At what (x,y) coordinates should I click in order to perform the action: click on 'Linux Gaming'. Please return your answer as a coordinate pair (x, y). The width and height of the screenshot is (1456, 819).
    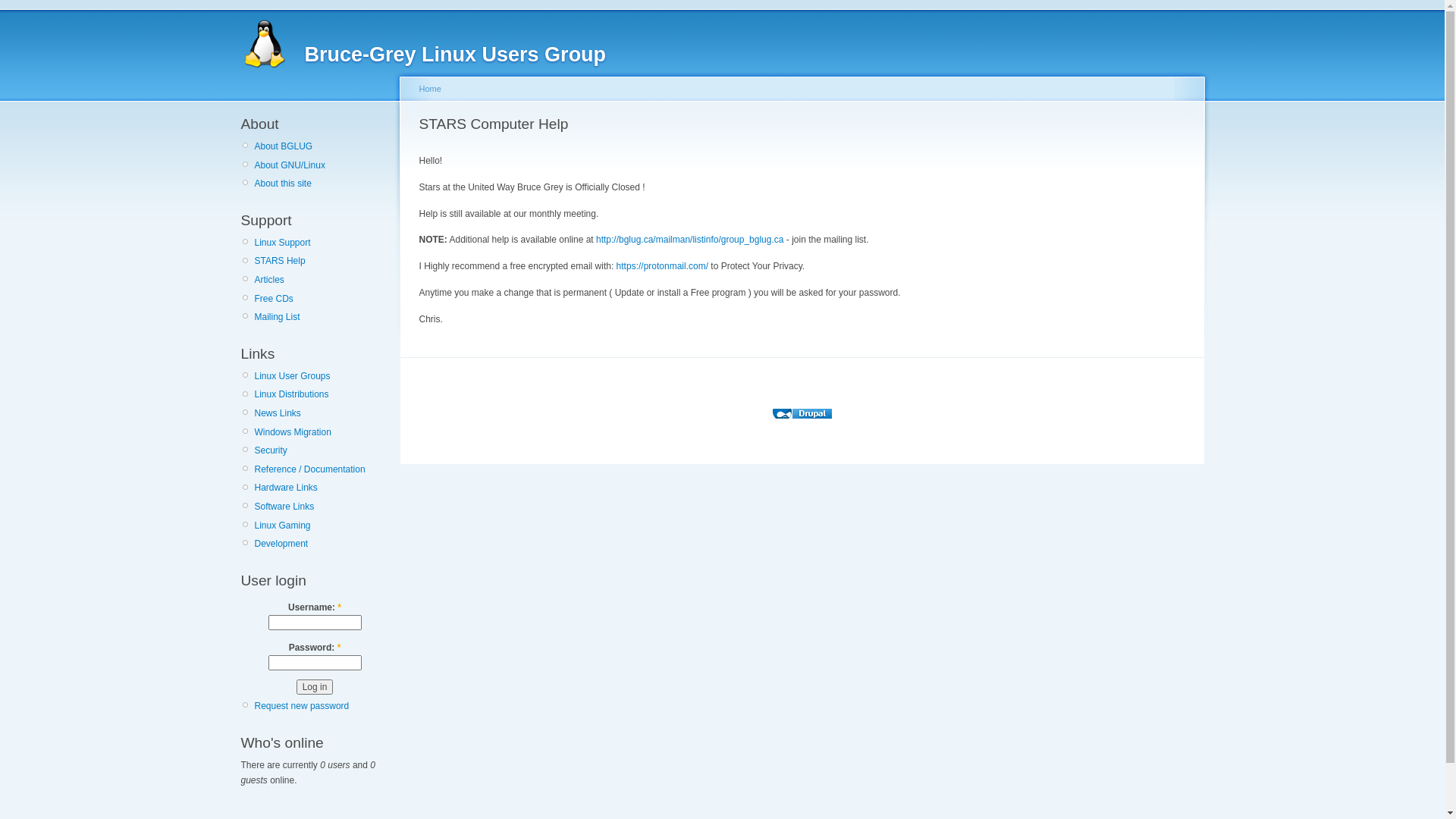
    Looking at the image, I should click on (321, 525).